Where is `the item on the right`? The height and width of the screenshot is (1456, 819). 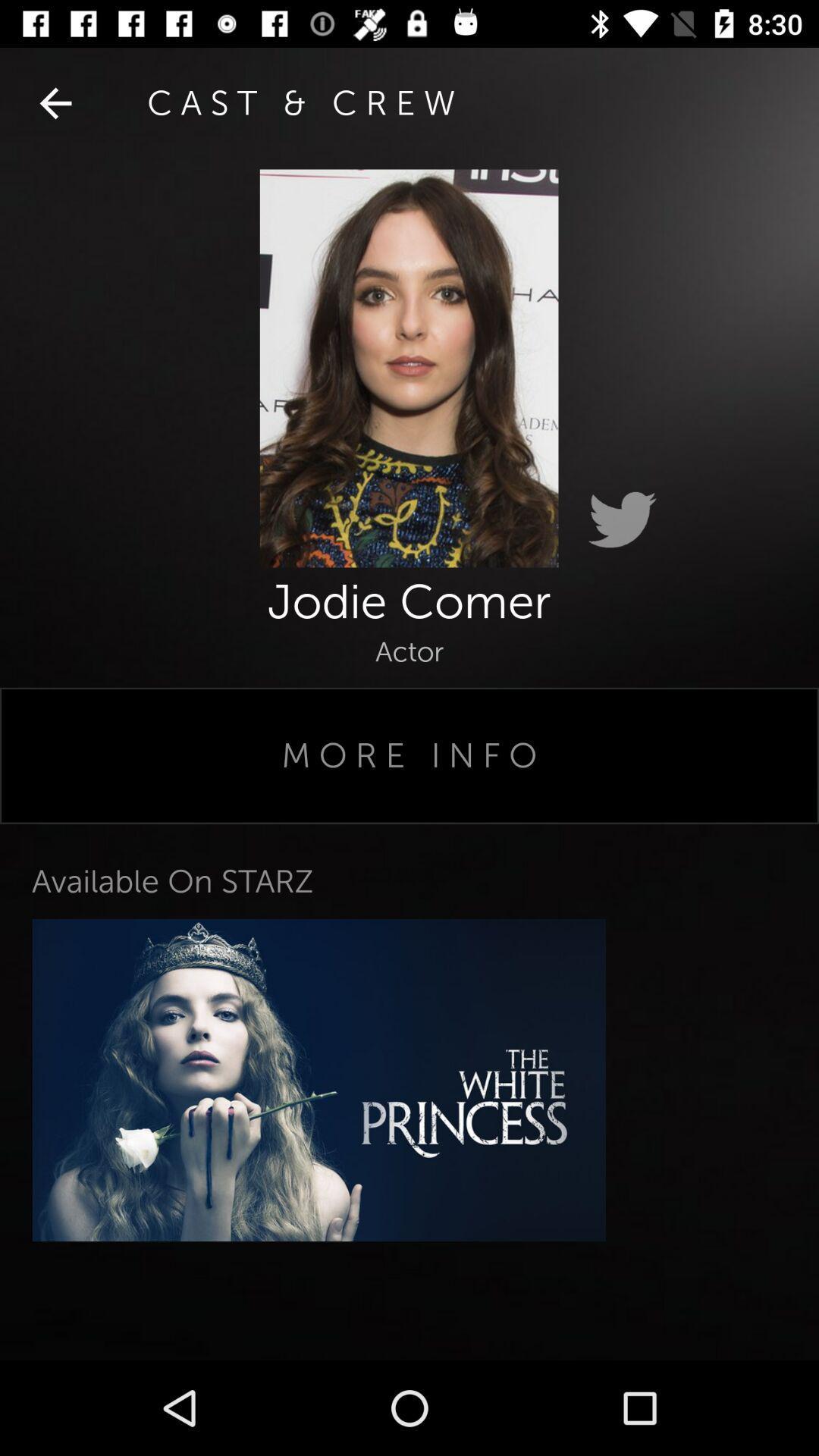
the item on the right is located at coordinates (622, 520).